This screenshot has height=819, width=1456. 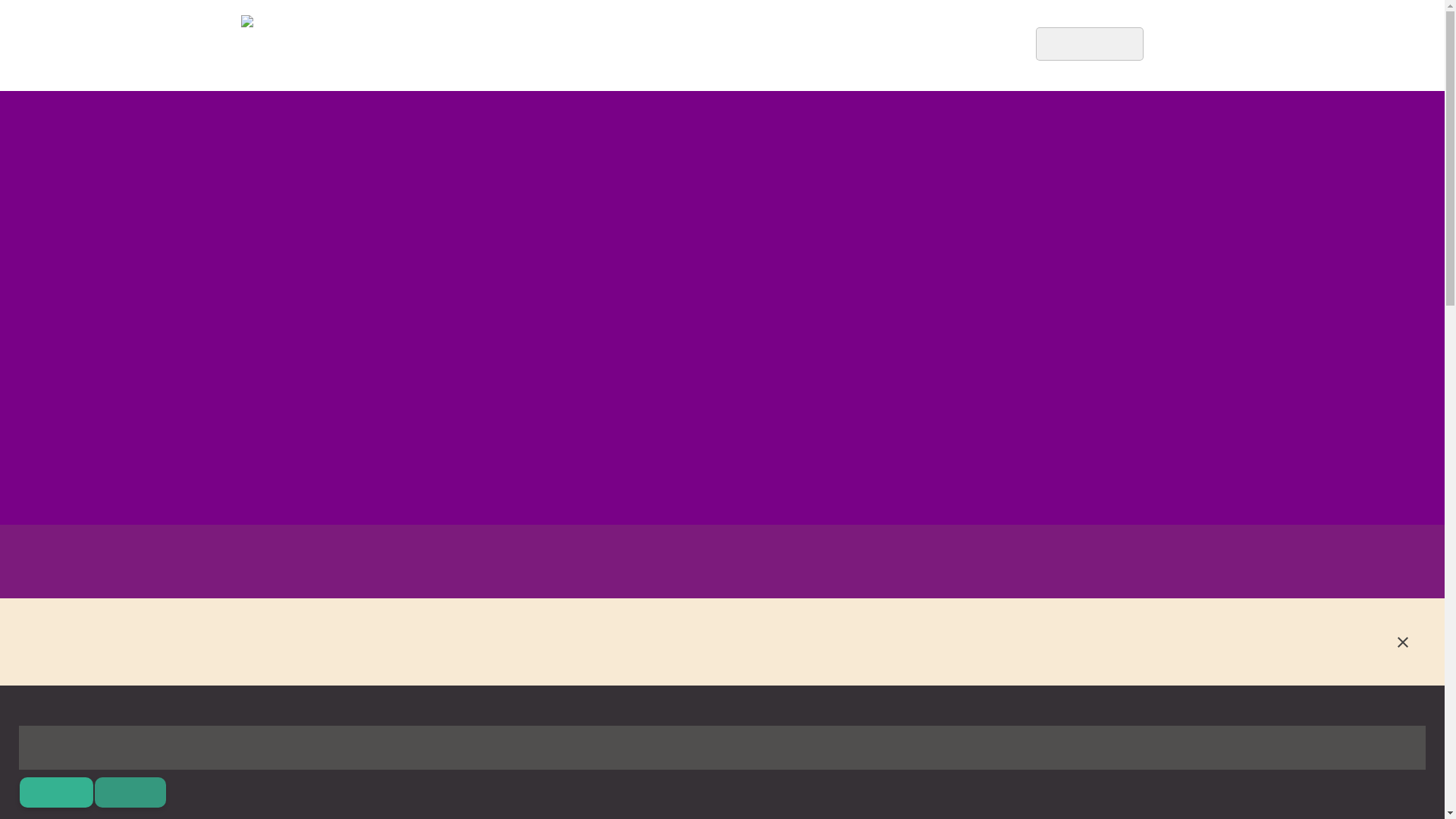 What do you see at coordinates (288, 45) in the screenshot?
I see `'Go to site home page'` at bounding box center [288, 45].